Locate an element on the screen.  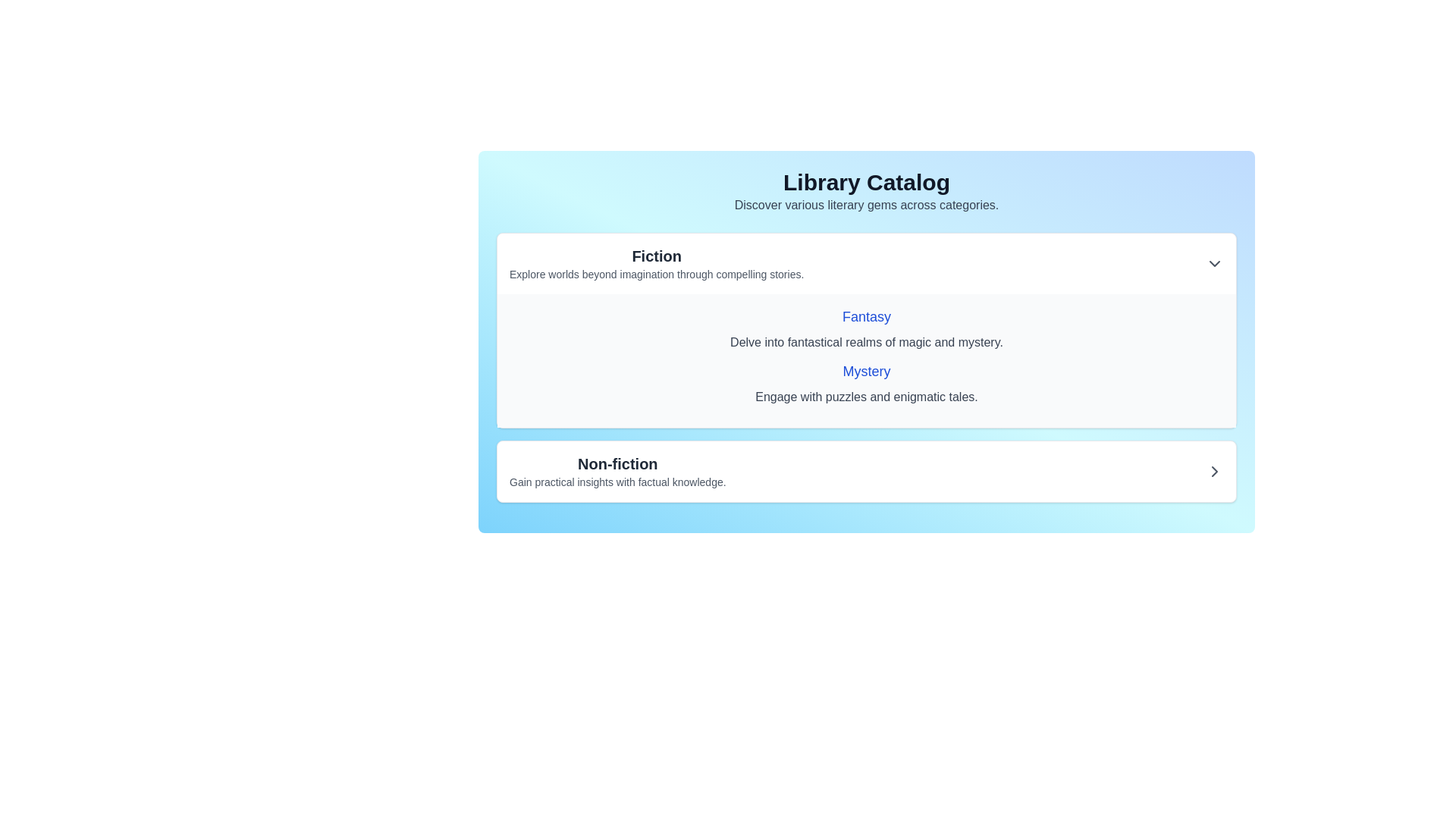
the Categorical Header titled 'Fiction' is located at coordinates (657, 262).